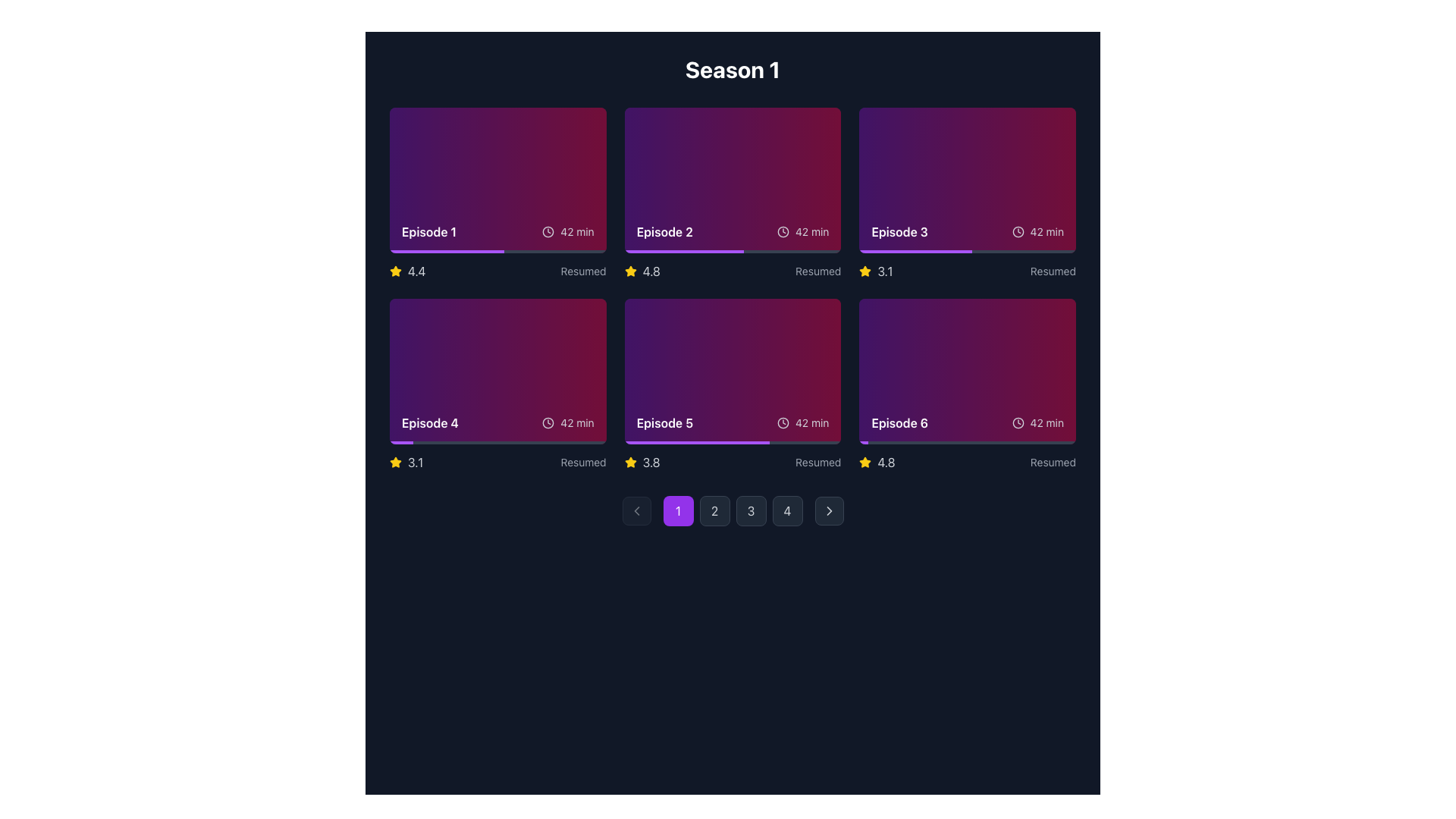  Describe the element at coordinates (967, 231) in the screenshot. I see `the icon associated with the title 'Episode 3' in the Informational section, which also displays the duration '42 min' on a gradient background` at that location.